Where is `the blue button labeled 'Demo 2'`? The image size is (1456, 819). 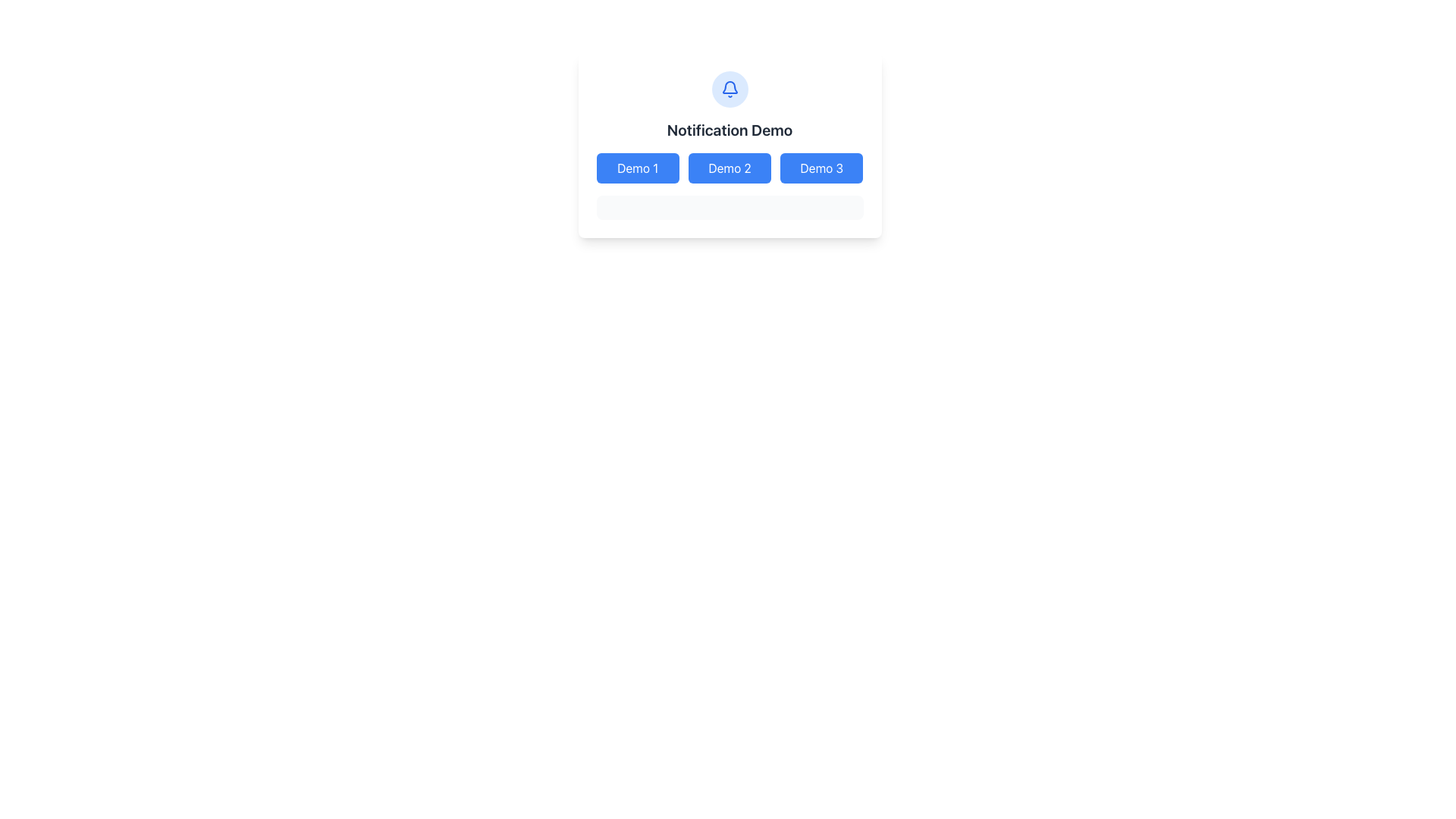 the blue button labeled 'Demo 2' is located at coordinates (730, 168).